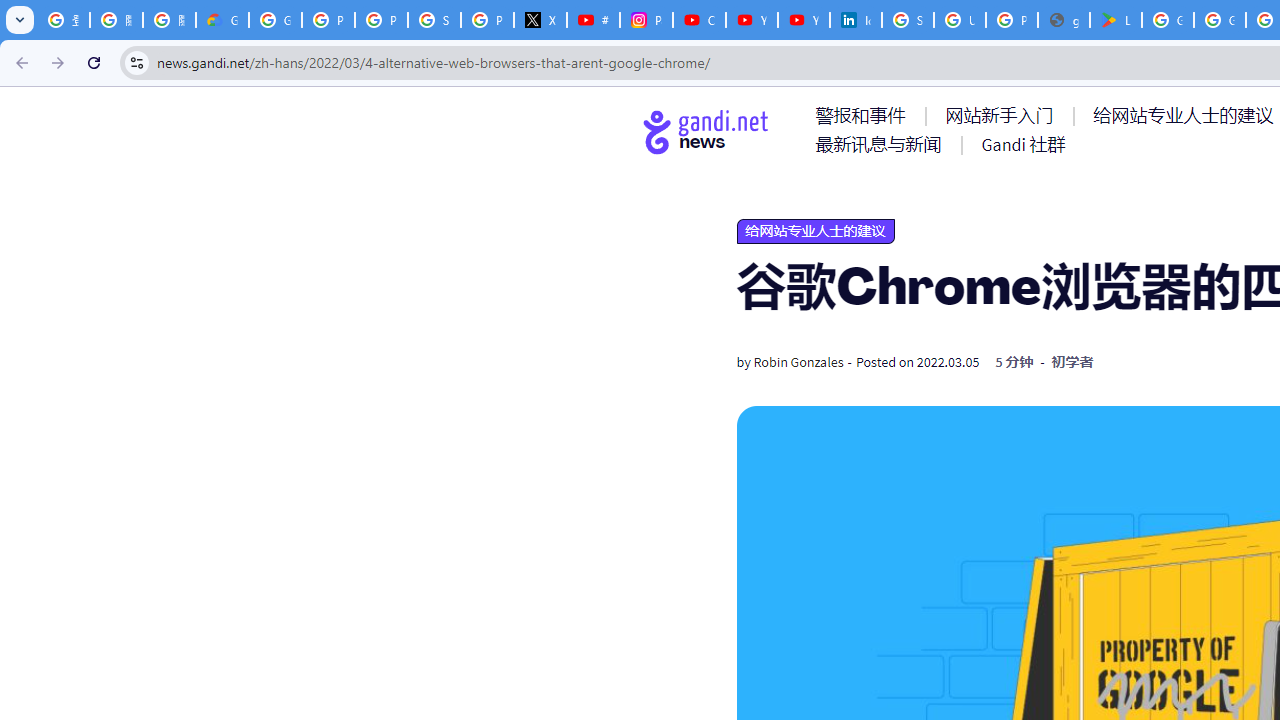 Image resolution: width=1280 pixels, height=720 pixels. Describe the element at coordinates (381, 20) in the screenshot. I see `'Privacy Help Center - Policies Help'` at that location.